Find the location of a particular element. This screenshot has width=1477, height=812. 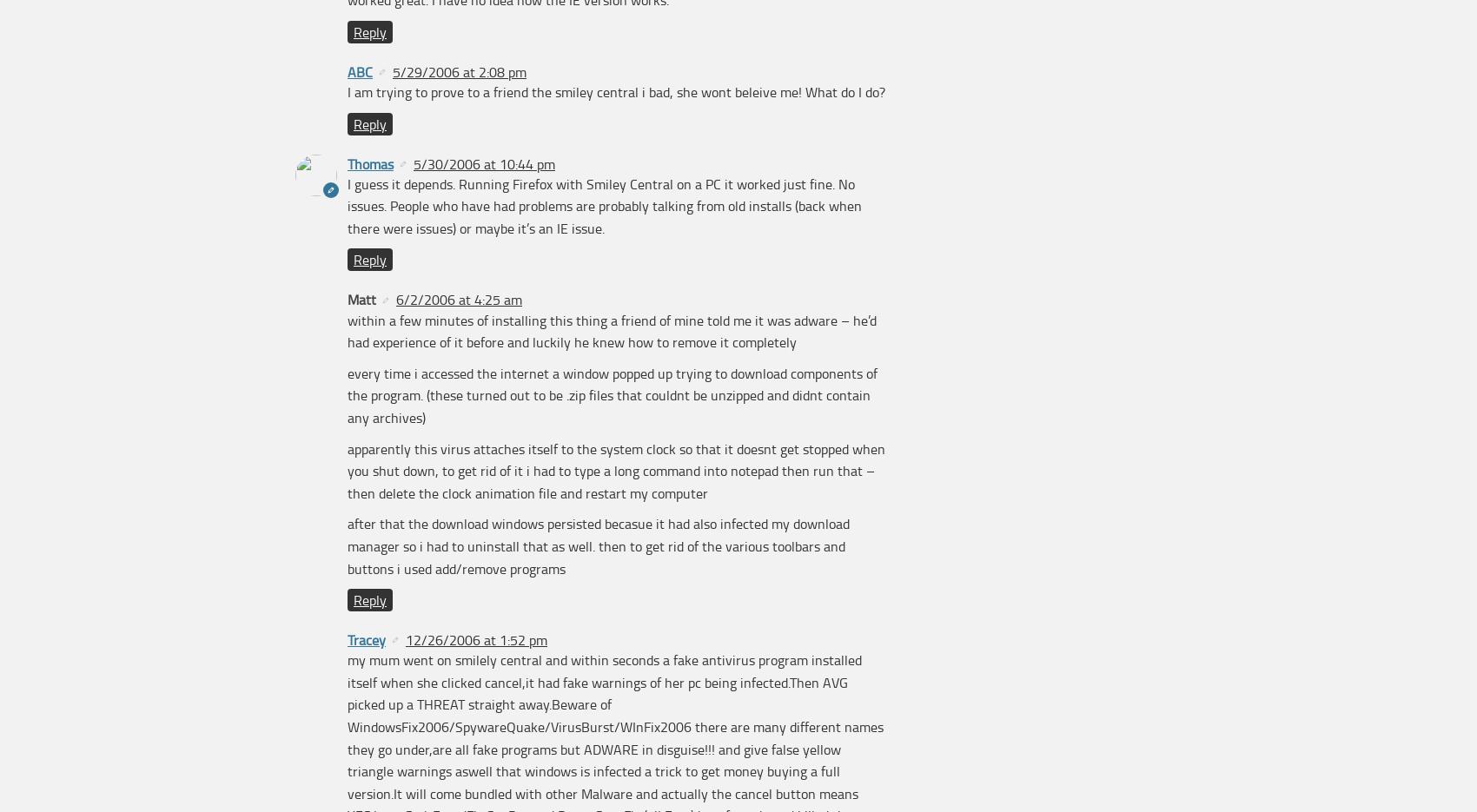

'Matt' is located at coordinates (361, 299).